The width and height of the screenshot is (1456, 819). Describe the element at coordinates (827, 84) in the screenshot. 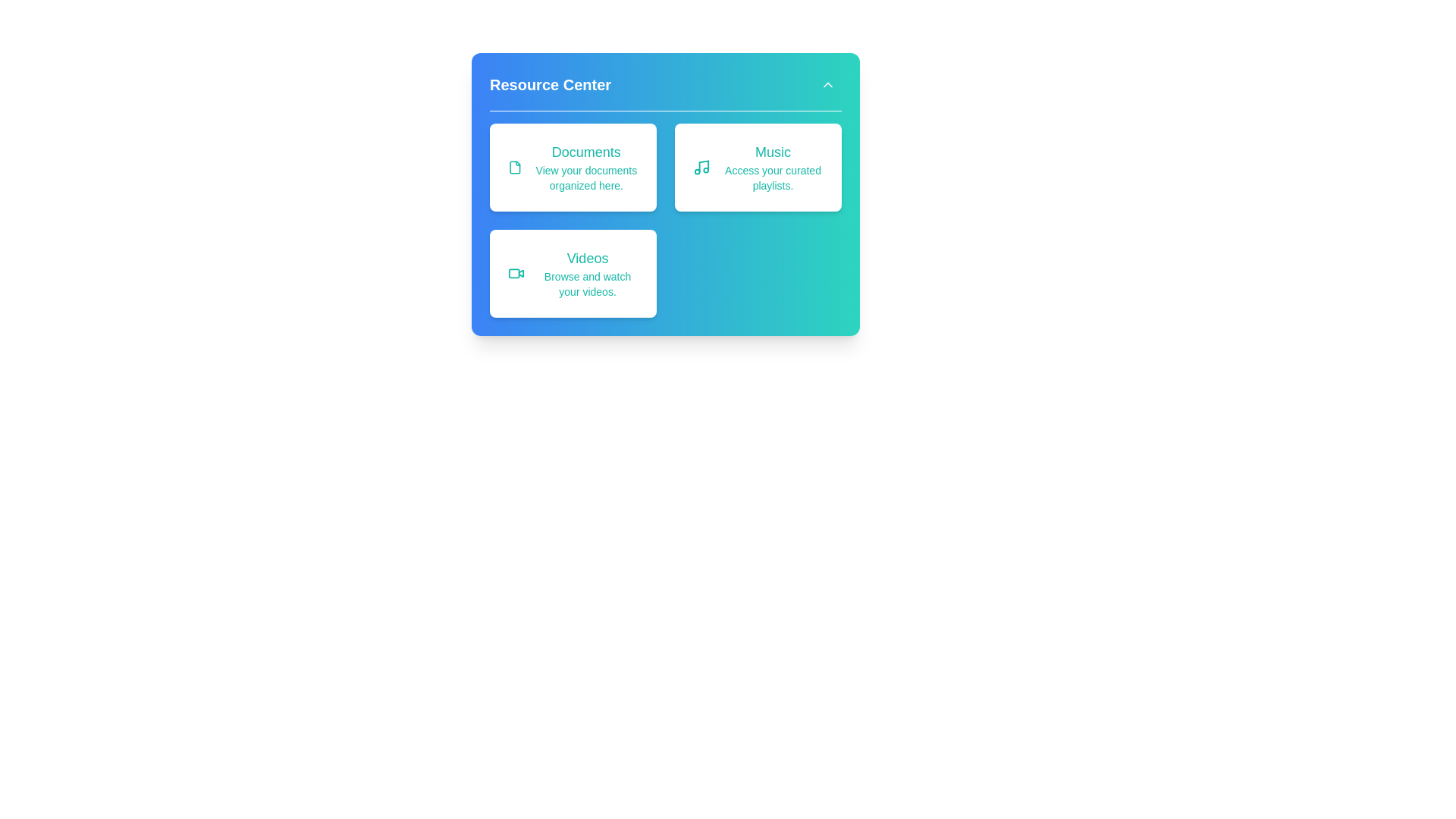

I see `the expand/collapse button to toggle the menu` at that location.